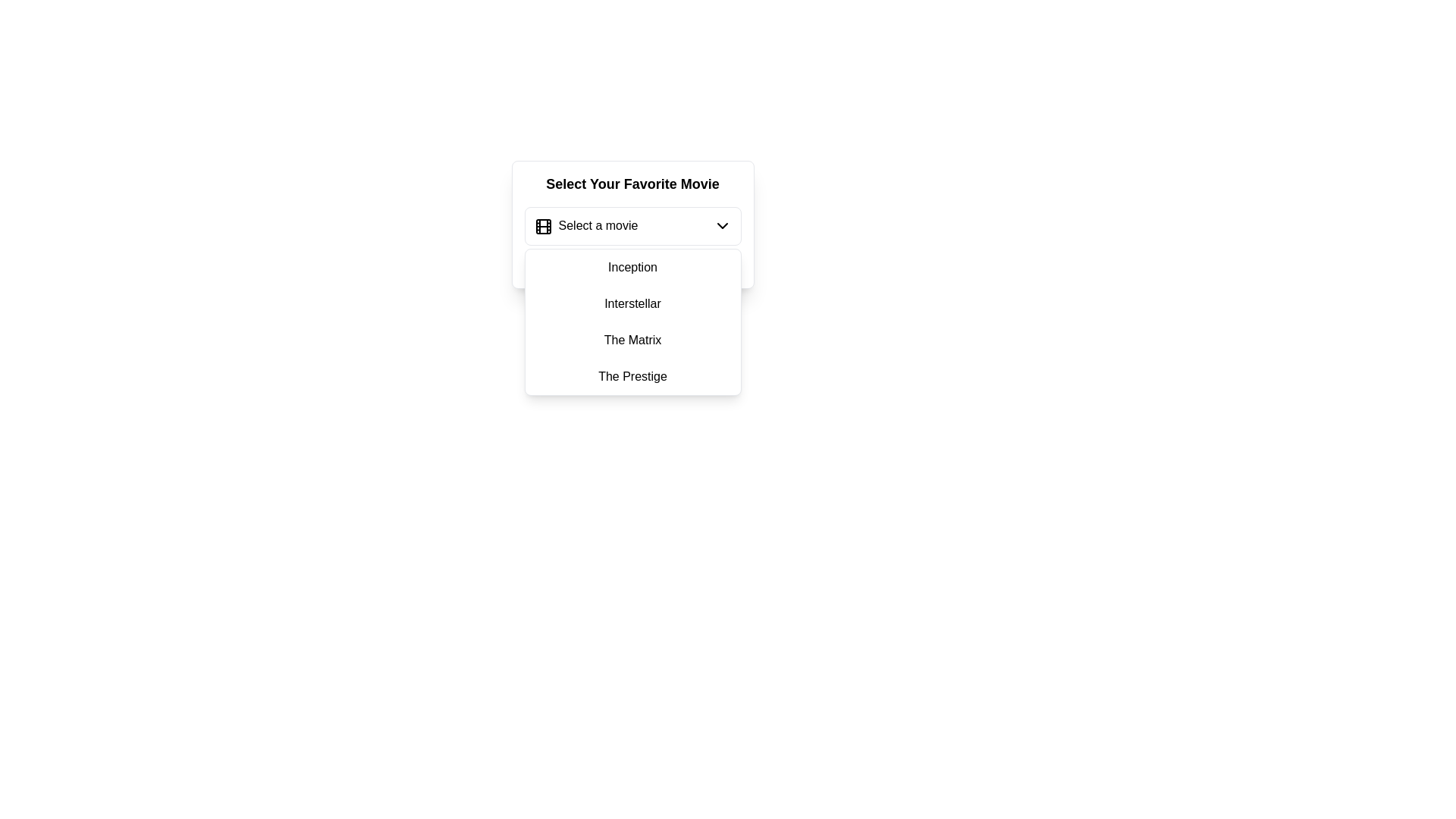 The image size is (1456, 819). What do you see at coordinates (632, 266) in the screenshot?
I see `the first selectable option 'Inception' in the dropdown menu titled 'Select Your Favorite Movie'` at bounding box center [632, 266].